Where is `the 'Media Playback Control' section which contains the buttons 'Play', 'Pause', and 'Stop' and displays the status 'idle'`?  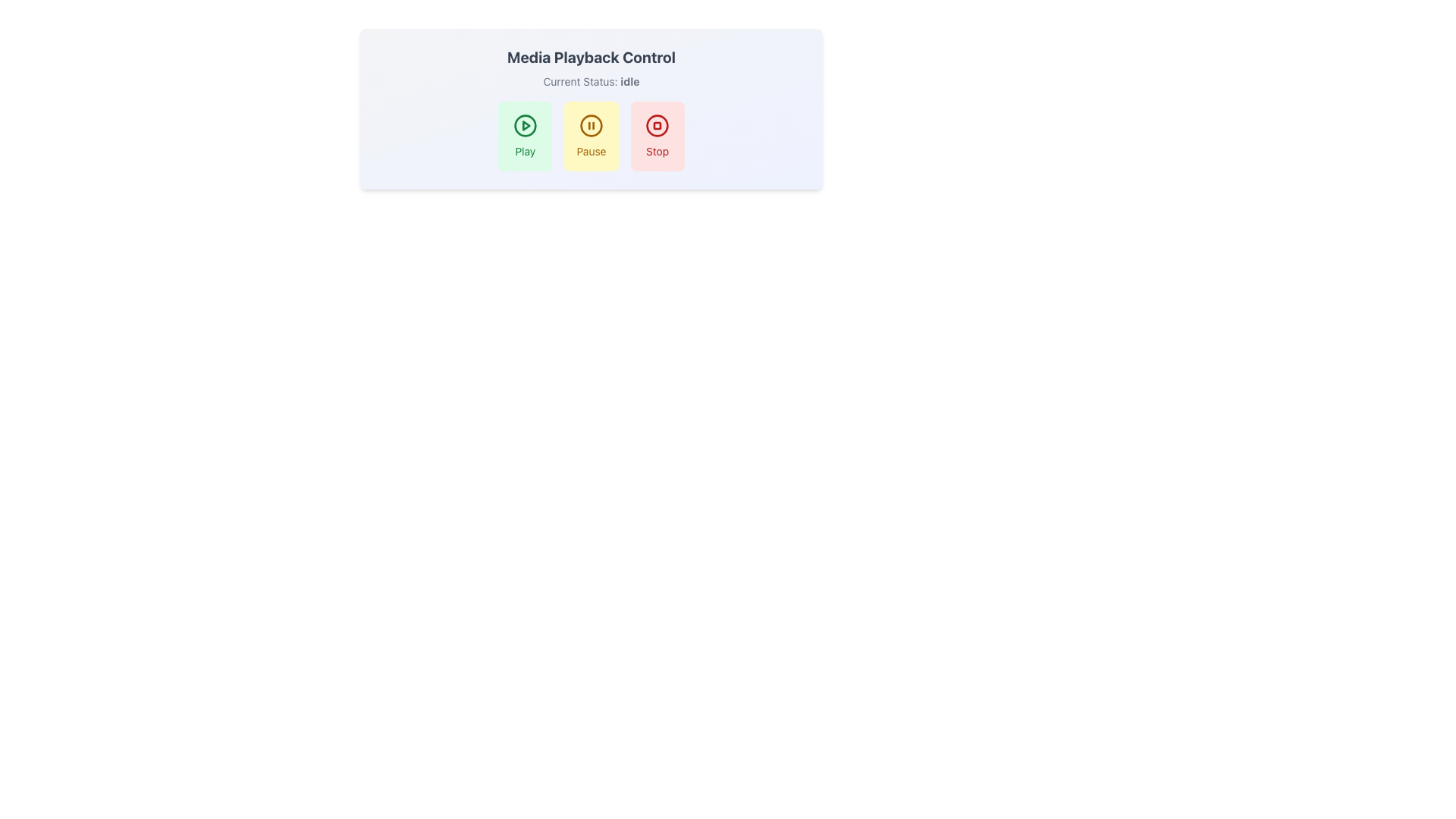
the 'Media Playback Control' section which contains the buttons 'Play', 'Pause', and 'Stop' and displays the status 'idle' is located at coordinates (590, 108).